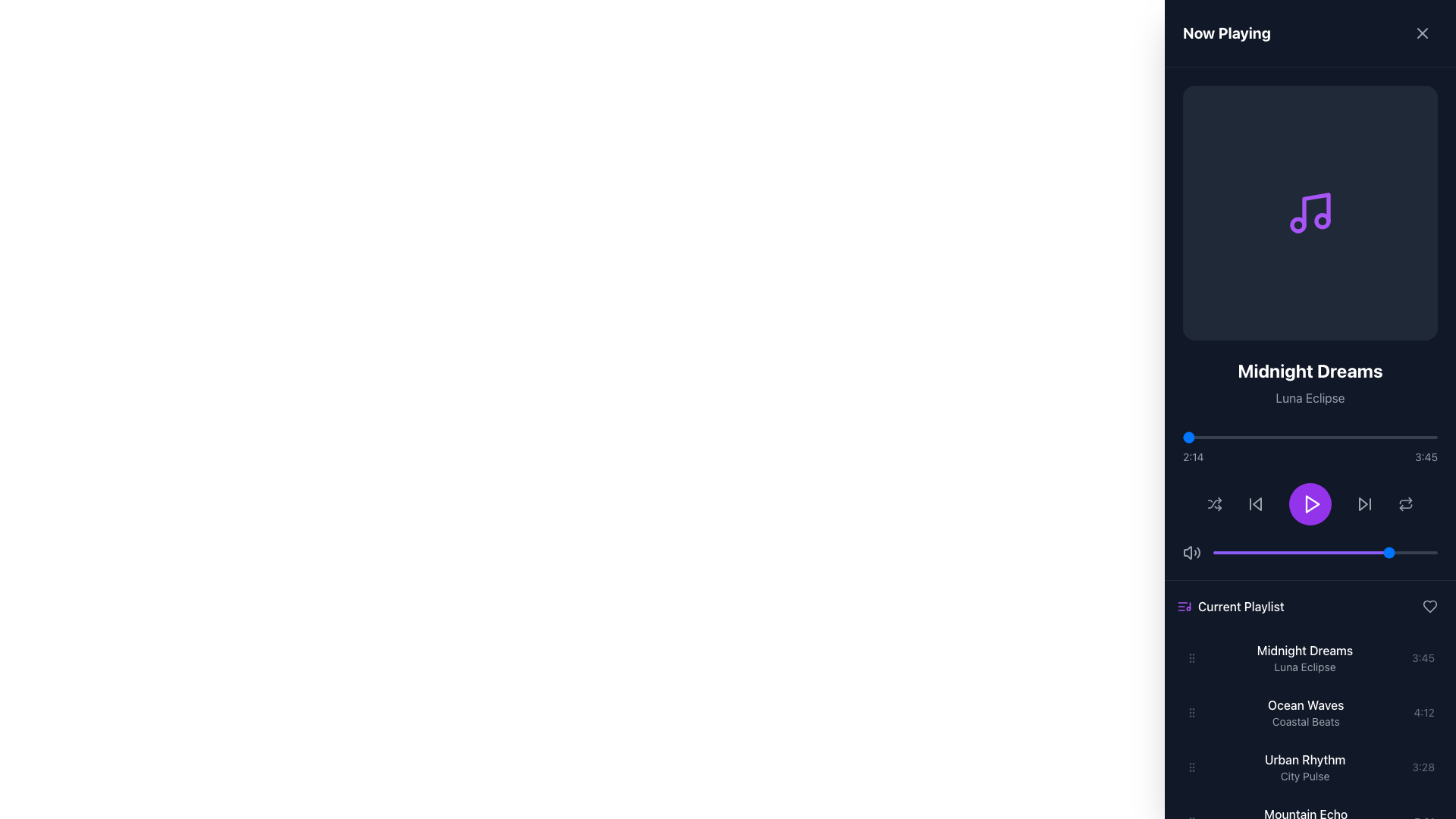 The height and width of the screenshot is (819, 1456). What do you see at coordinates (1429, 605) in the screenshot?
I see `the heart icon located in the top-right corner of the 'Current Playlist' section` at bounding box center [1429, 605].